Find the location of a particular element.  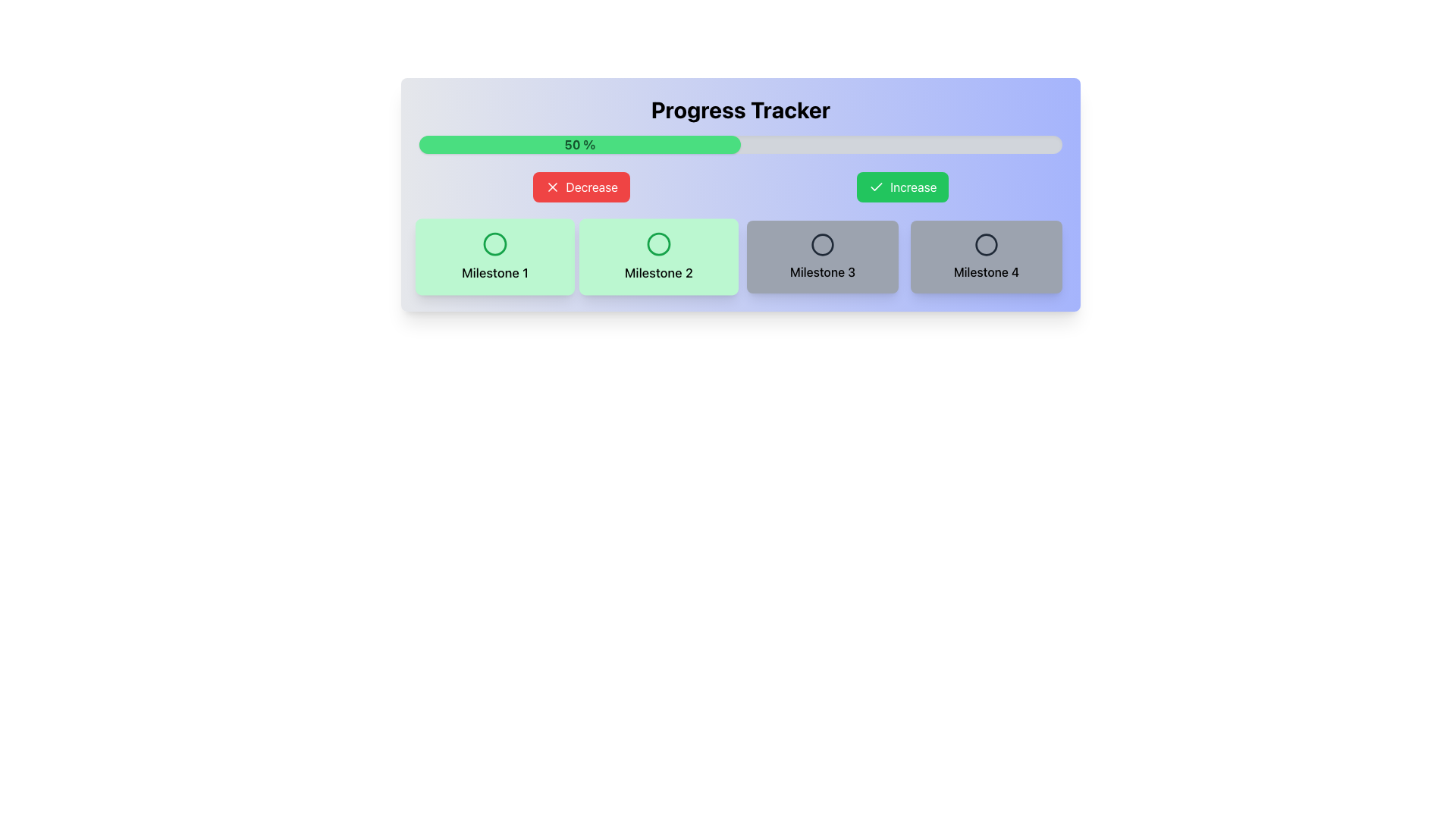

the confirmation icon located inside the 'Increase' button, which is positioned on the right side of the top button group in the interface is located at coordinates (877, 186).